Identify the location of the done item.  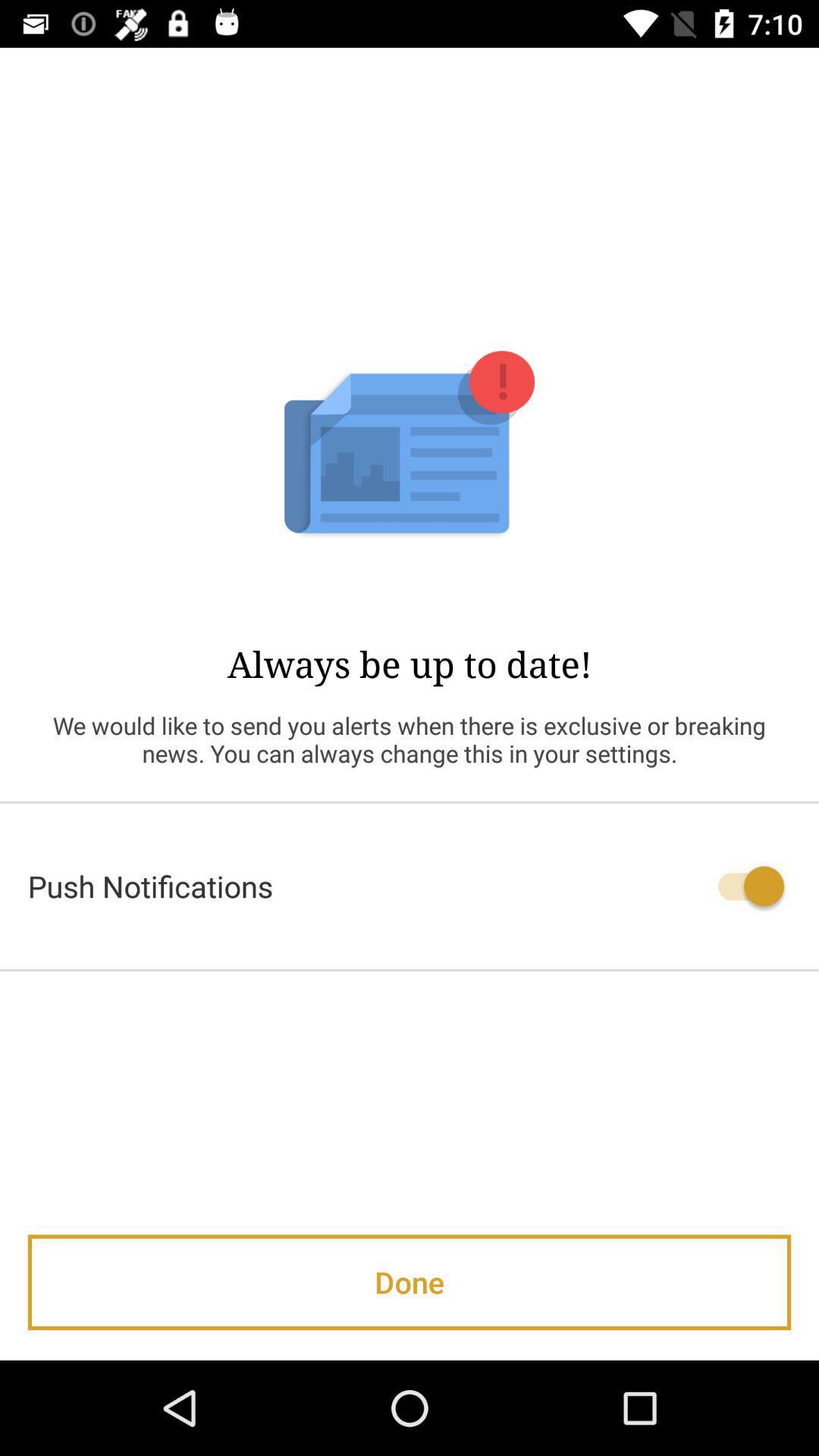
(409, 1282).